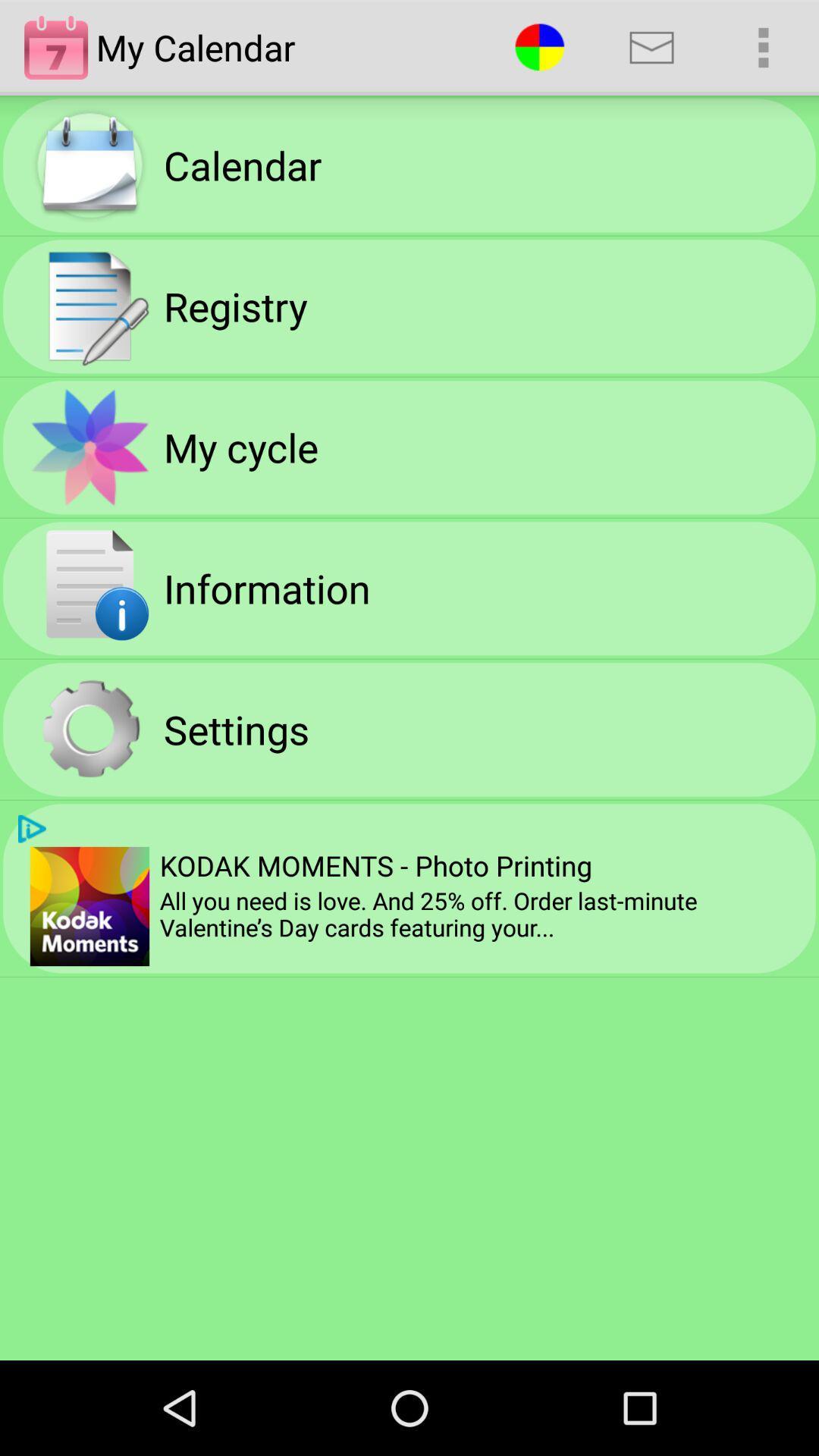 The width and height of the screenshot is (819, 1456). I want to click on information app, so click(266, 587).